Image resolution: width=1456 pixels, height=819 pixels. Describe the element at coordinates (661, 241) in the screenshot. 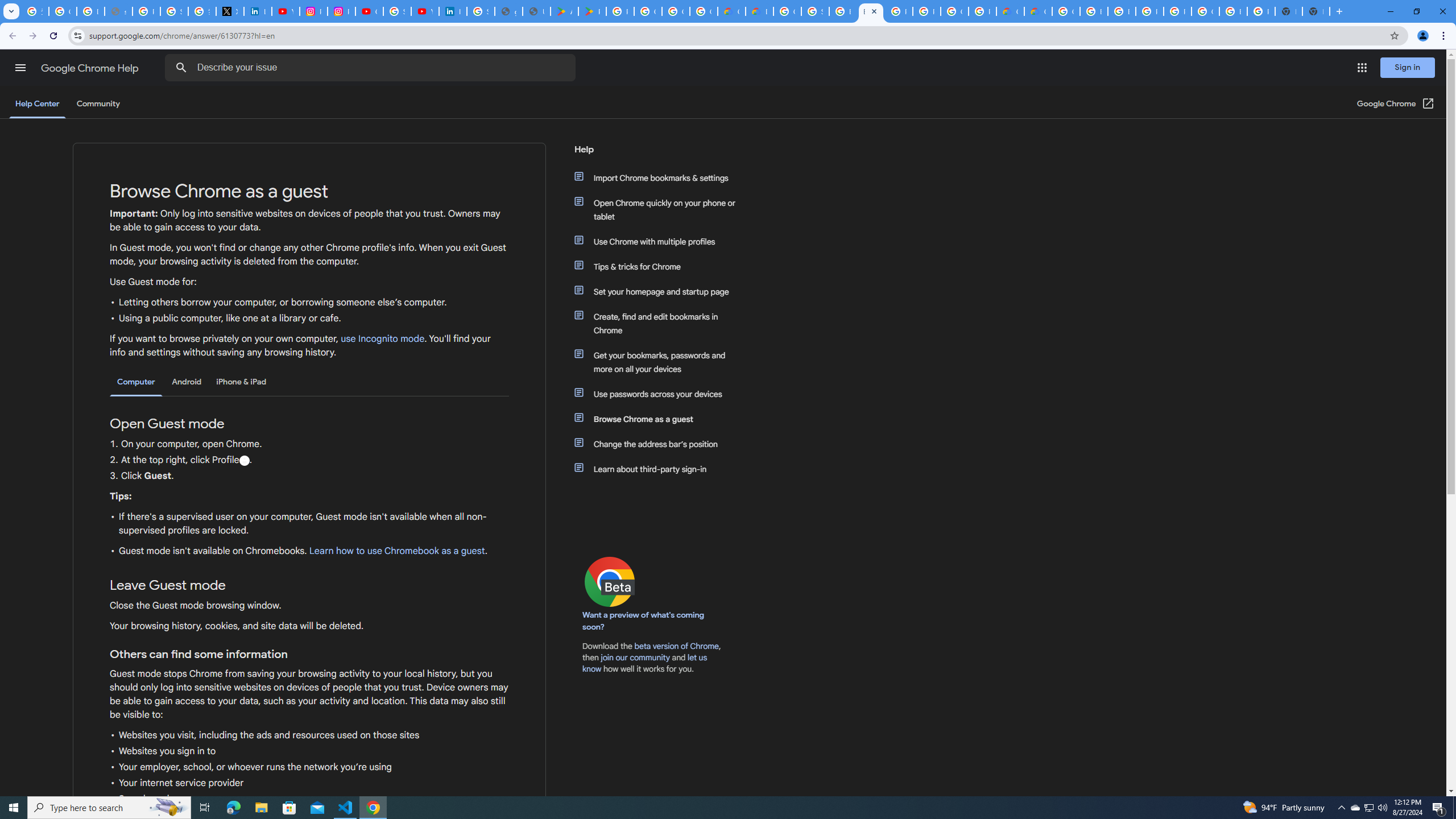

I see `'Use Chrome with multiple profiles'` at that location.